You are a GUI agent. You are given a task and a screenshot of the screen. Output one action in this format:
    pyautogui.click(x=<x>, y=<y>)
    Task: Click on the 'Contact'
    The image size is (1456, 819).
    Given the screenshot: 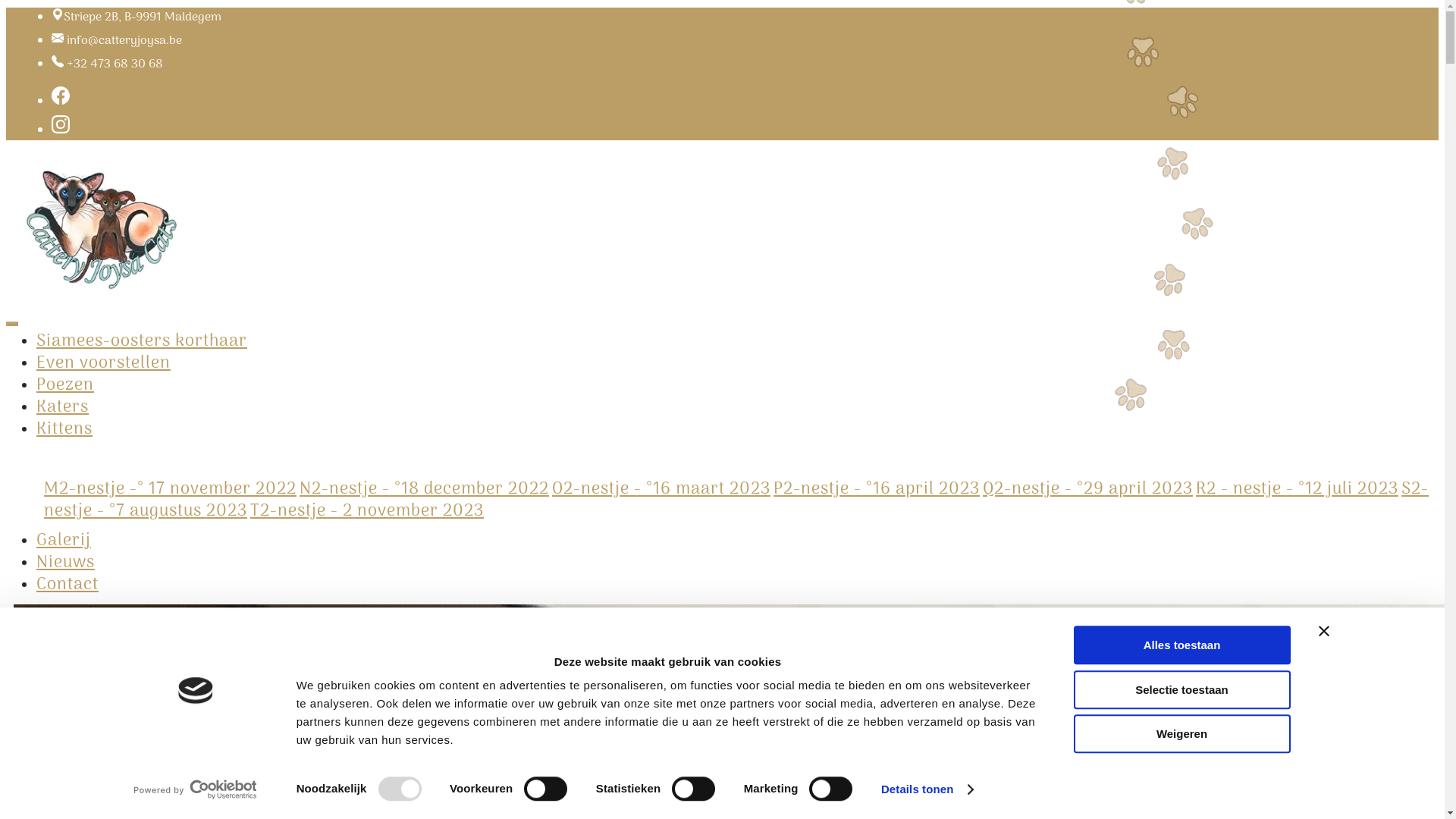 What is the action you would take?
    pyautogui.click(x=67, y=584)
    